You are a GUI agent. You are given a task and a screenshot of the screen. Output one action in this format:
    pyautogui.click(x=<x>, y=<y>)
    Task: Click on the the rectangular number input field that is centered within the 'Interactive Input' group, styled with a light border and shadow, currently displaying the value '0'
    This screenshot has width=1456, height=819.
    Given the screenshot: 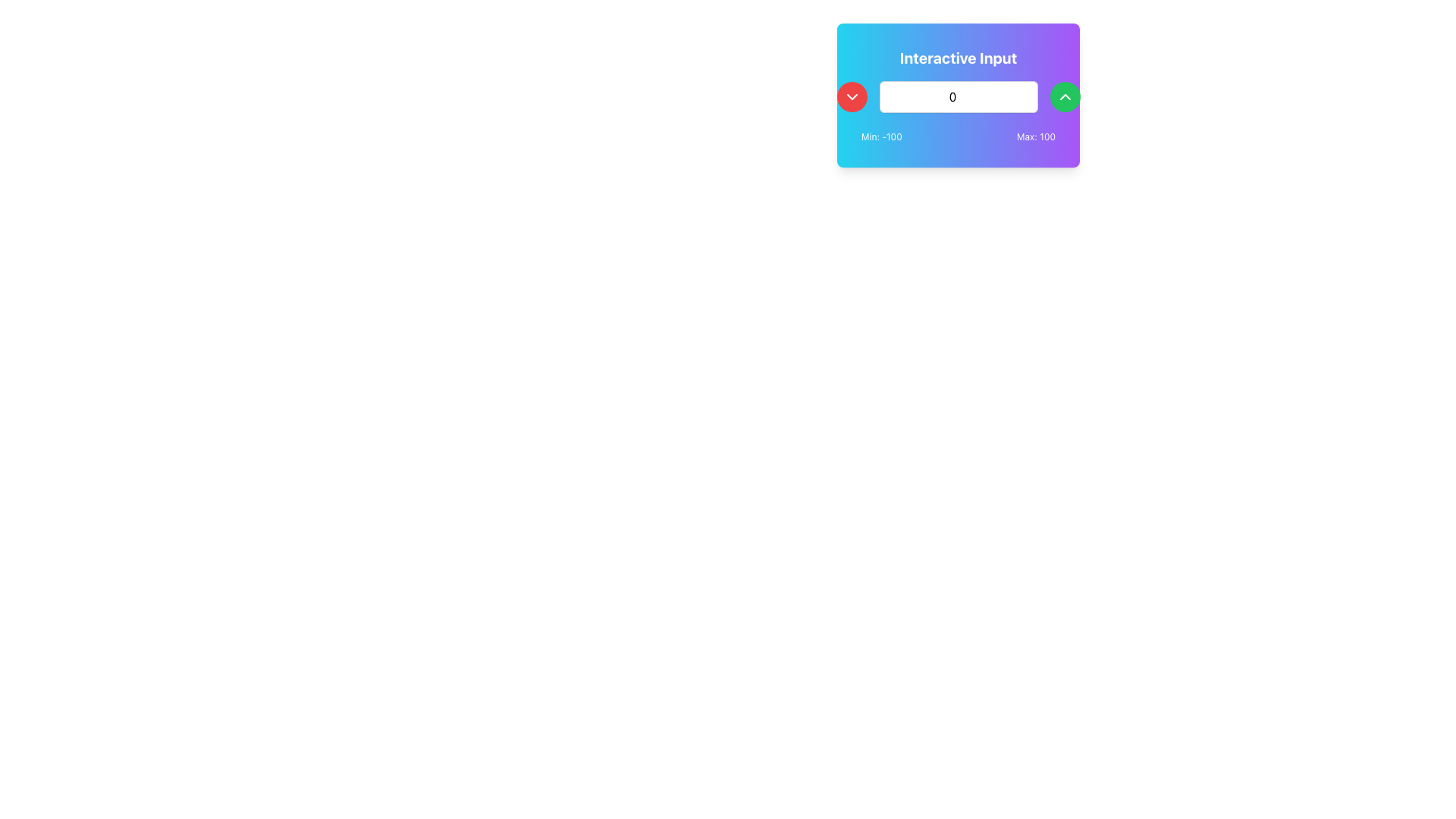 What is the action you would take?
    pyautogui.click(x=957, y=96)
    